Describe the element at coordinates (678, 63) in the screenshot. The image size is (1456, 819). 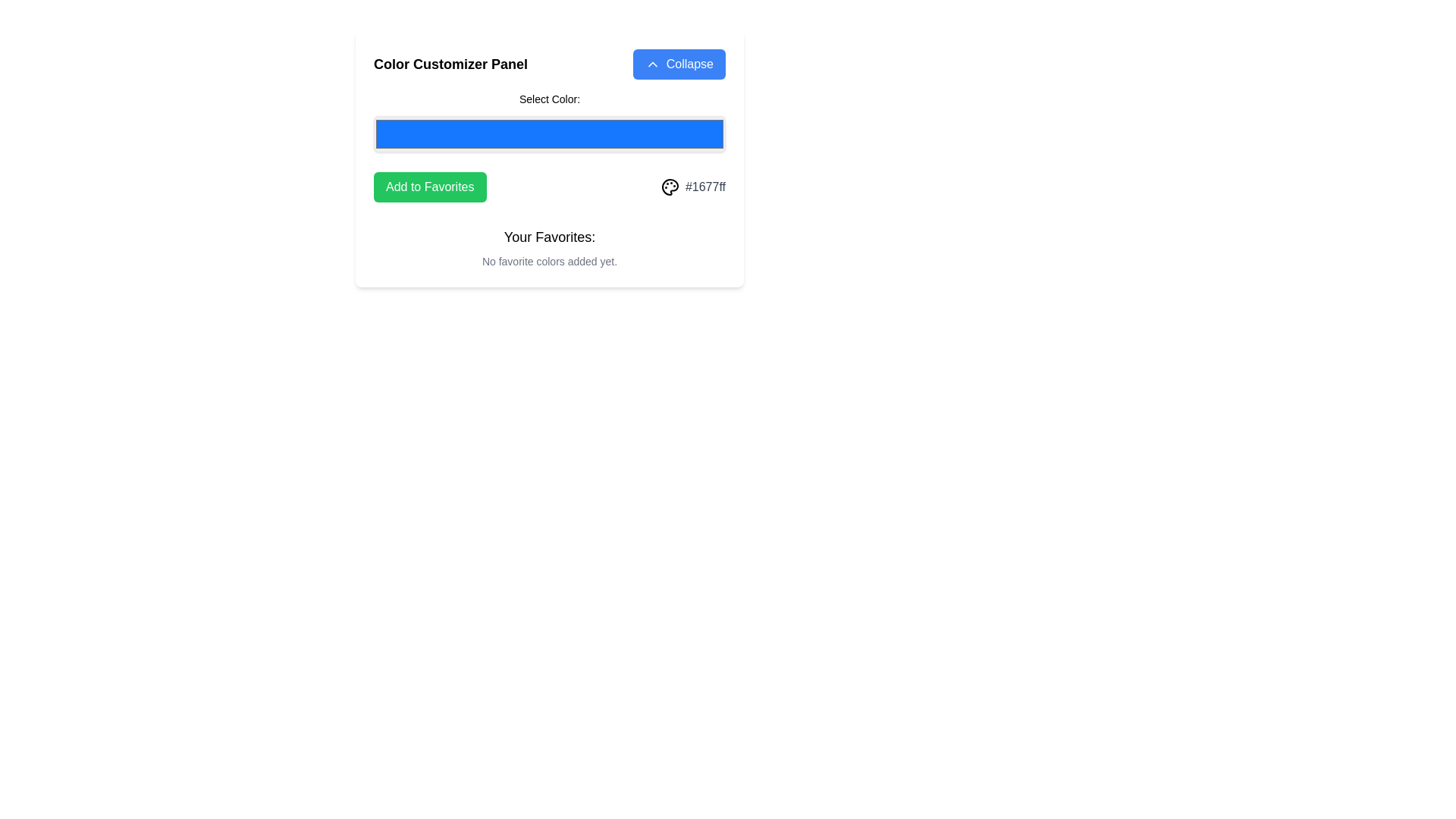
I see `the 'Collapse' button with a blue background and upward arrow icon located in the top-right corner of the 'Color Customizer Panel'` at that location.